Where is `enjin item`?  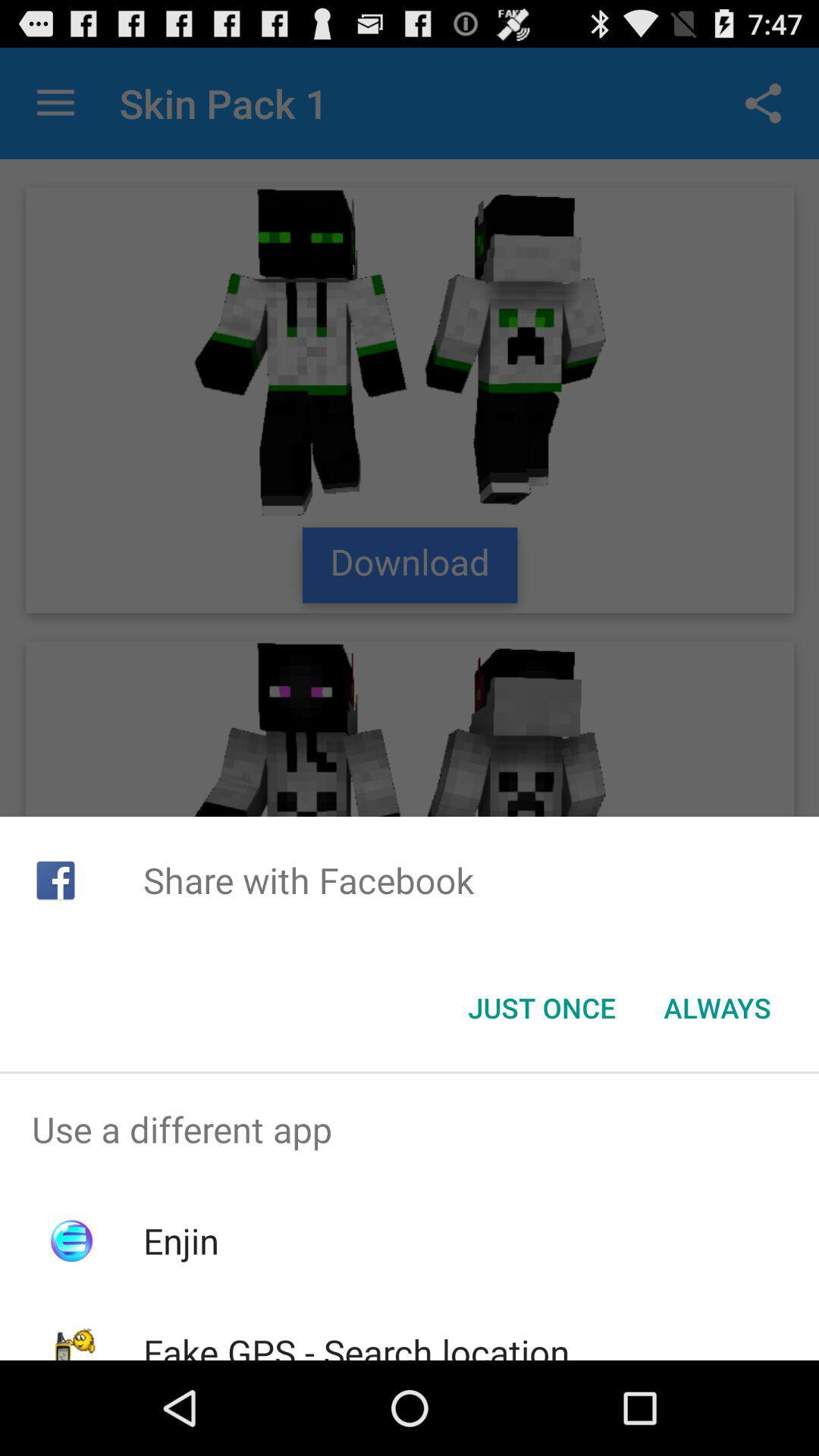 enjin item is located at coordinates (180, 1241).